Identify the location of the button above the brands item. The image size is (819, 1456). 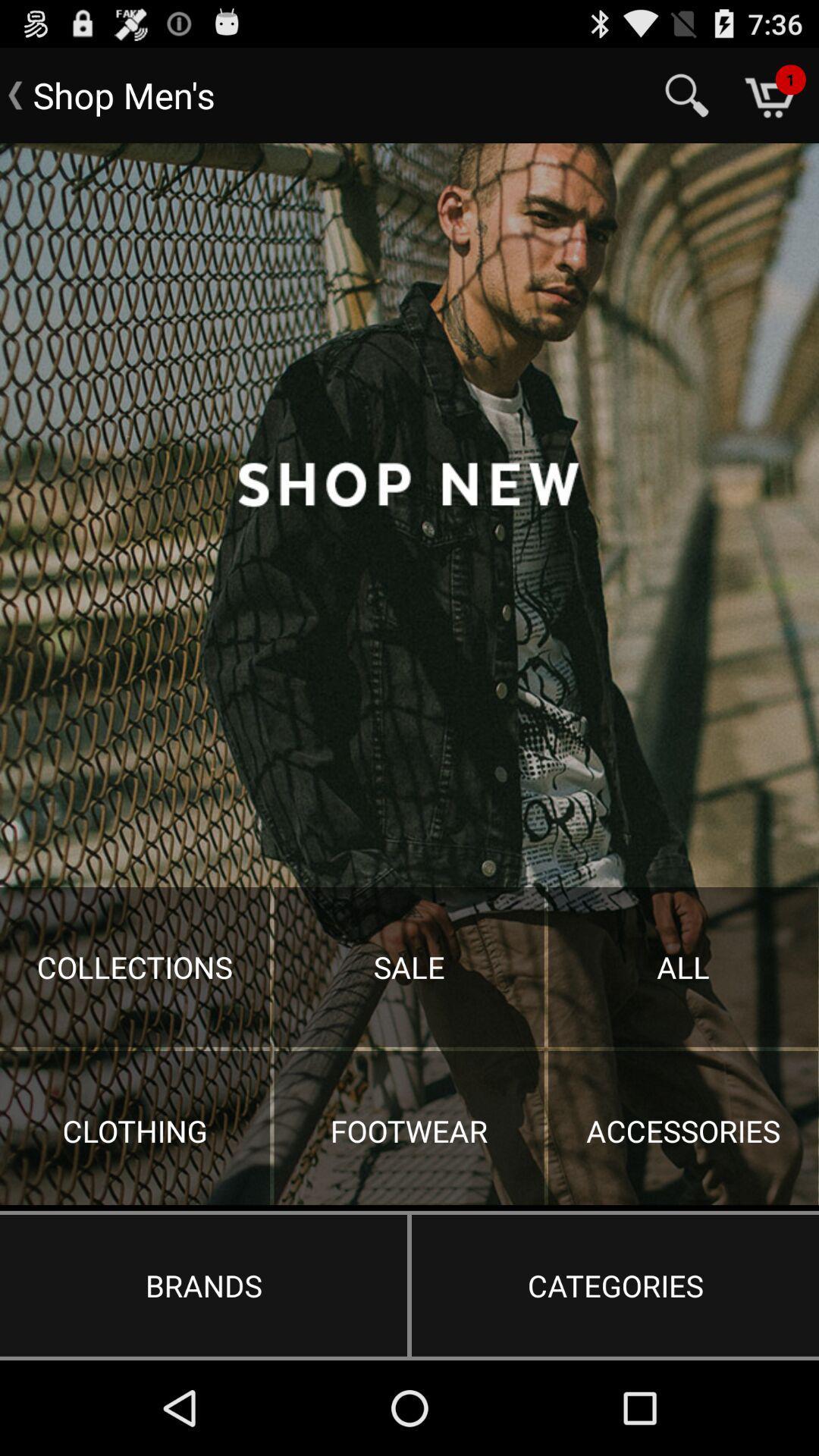
(409, 673).